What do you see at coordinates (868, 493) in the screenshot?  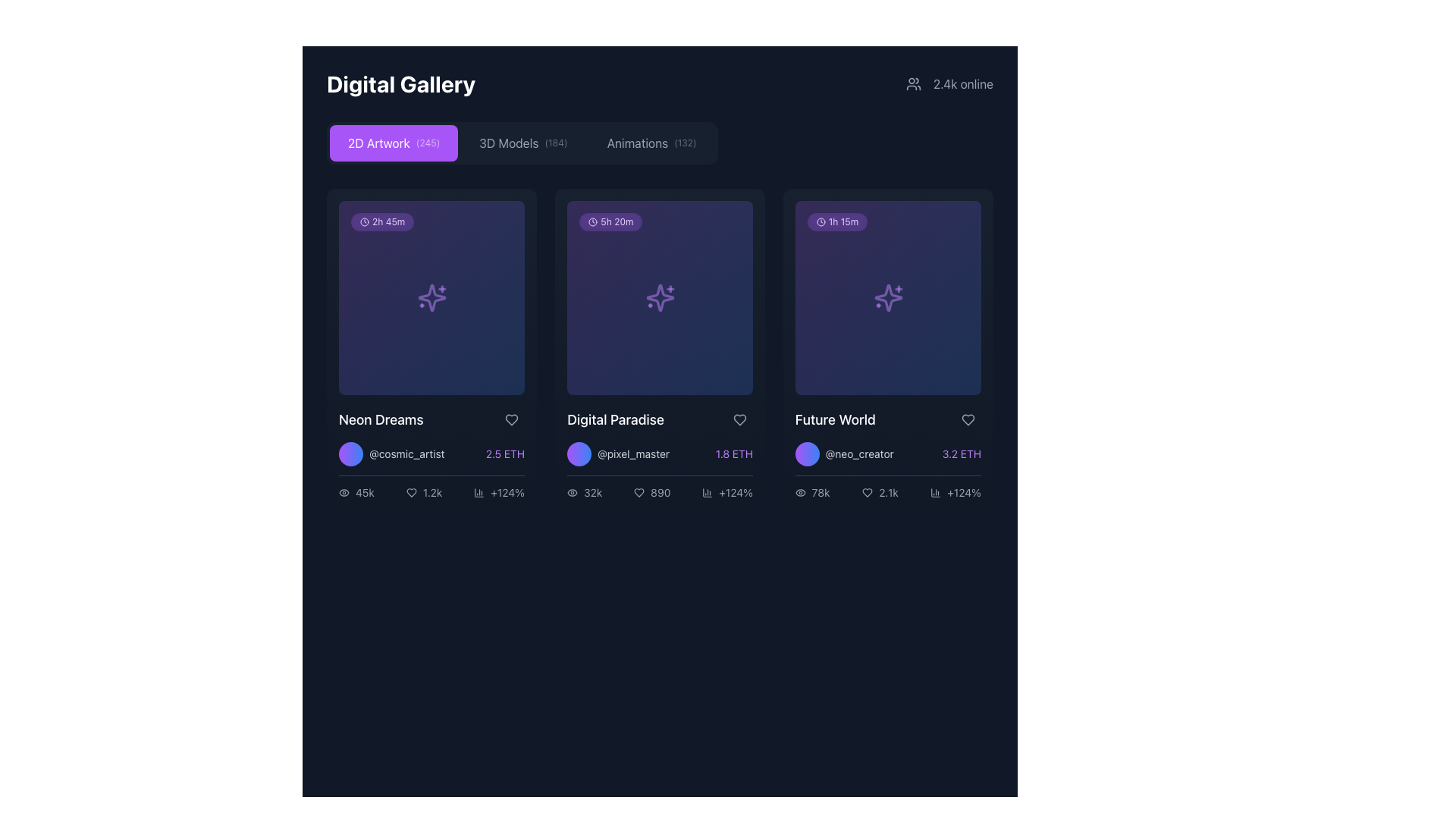 I see `the heart-shaped icon within the card labeled 'Future World'` at bounding box center [868, 493].